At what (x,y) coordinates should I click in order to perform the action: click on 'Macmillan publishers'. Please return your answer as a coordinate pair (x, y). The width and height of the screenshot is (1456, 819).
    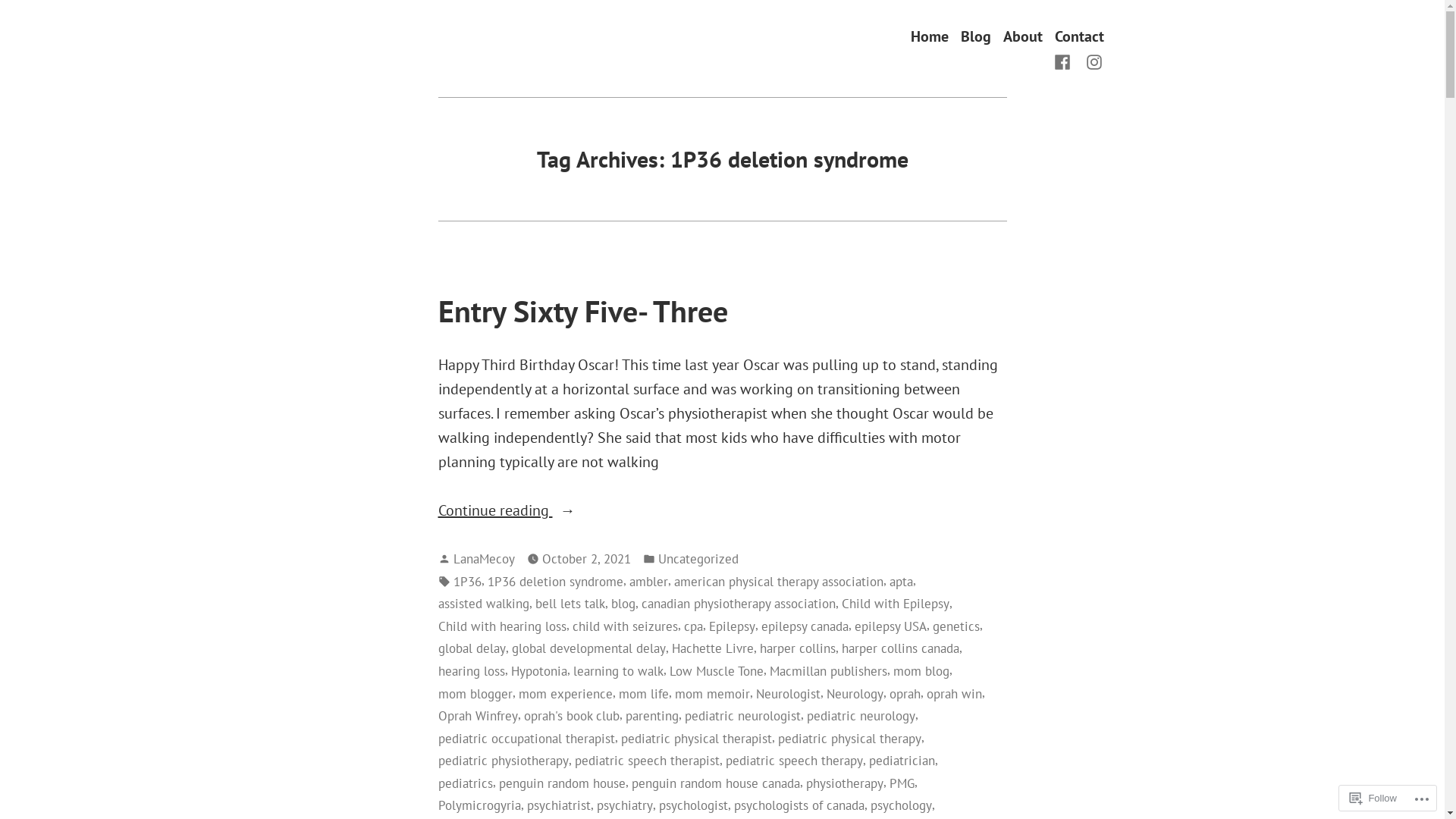
    Looking at the image, I should click on (827, 670).